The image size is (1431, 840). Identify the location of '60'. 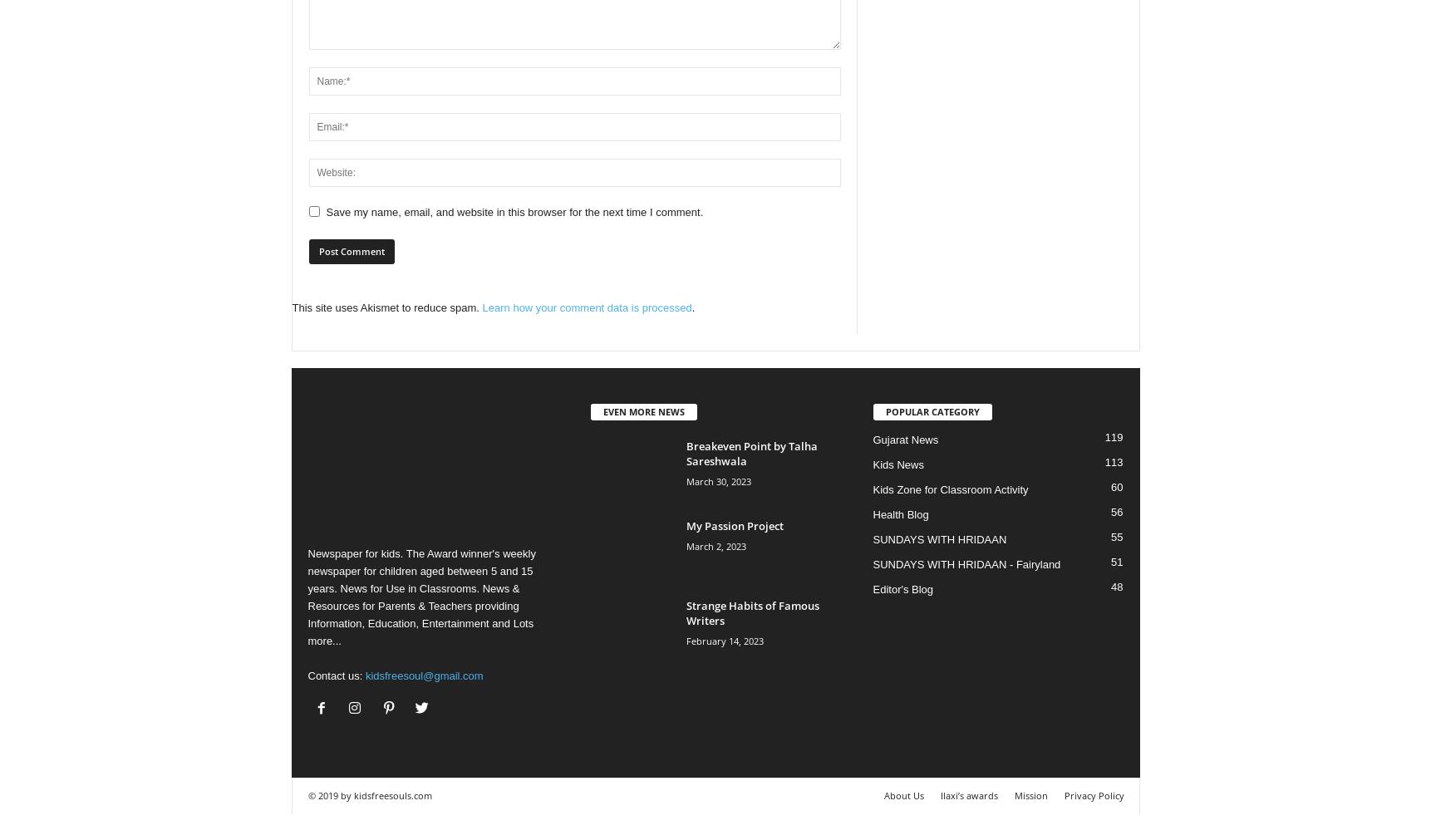
(1116, 486).